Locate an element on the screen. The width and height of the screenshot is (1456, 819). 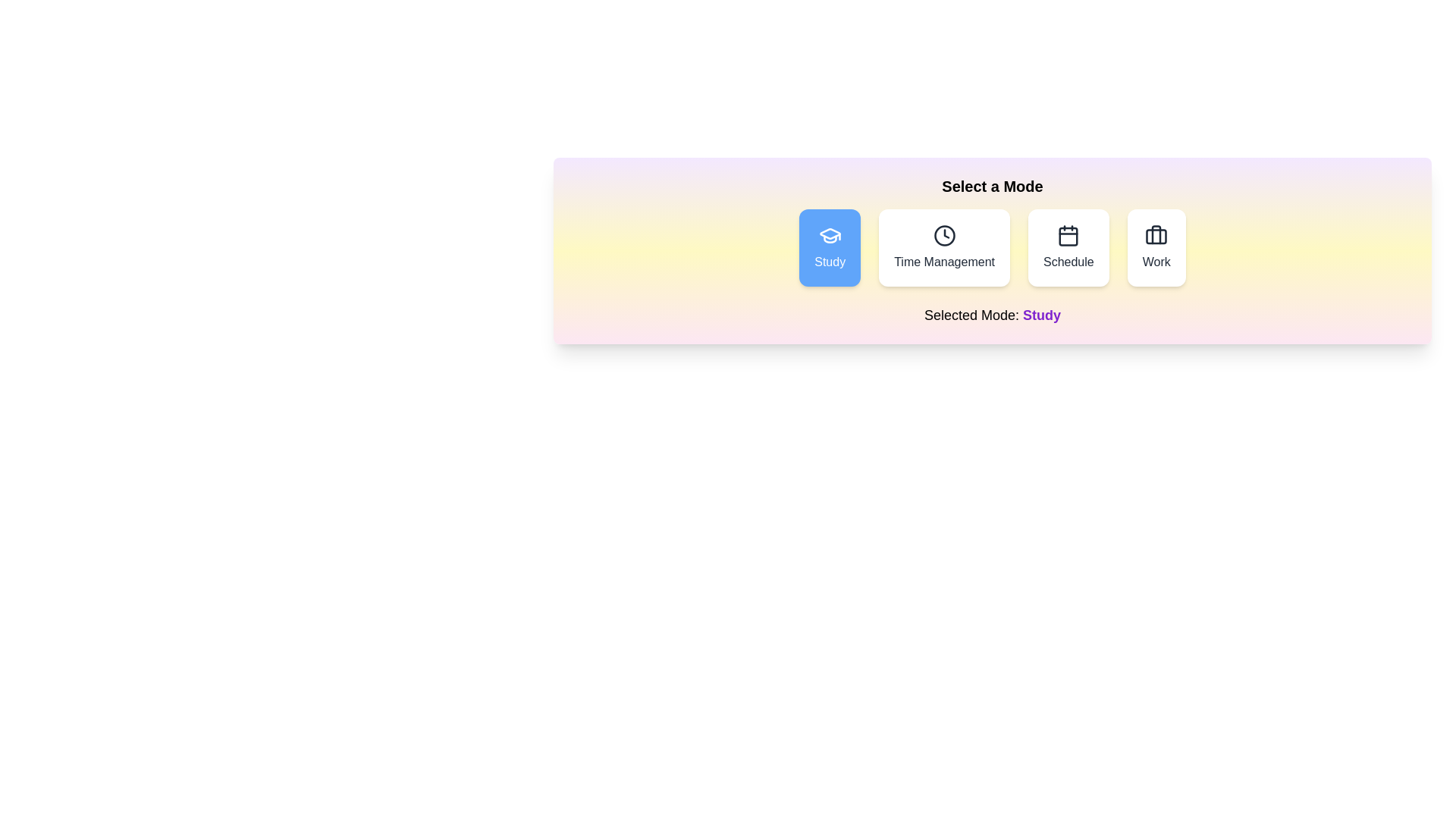
the button labeled Time Management to observe its hover effect is located at coordinates (943, 247).